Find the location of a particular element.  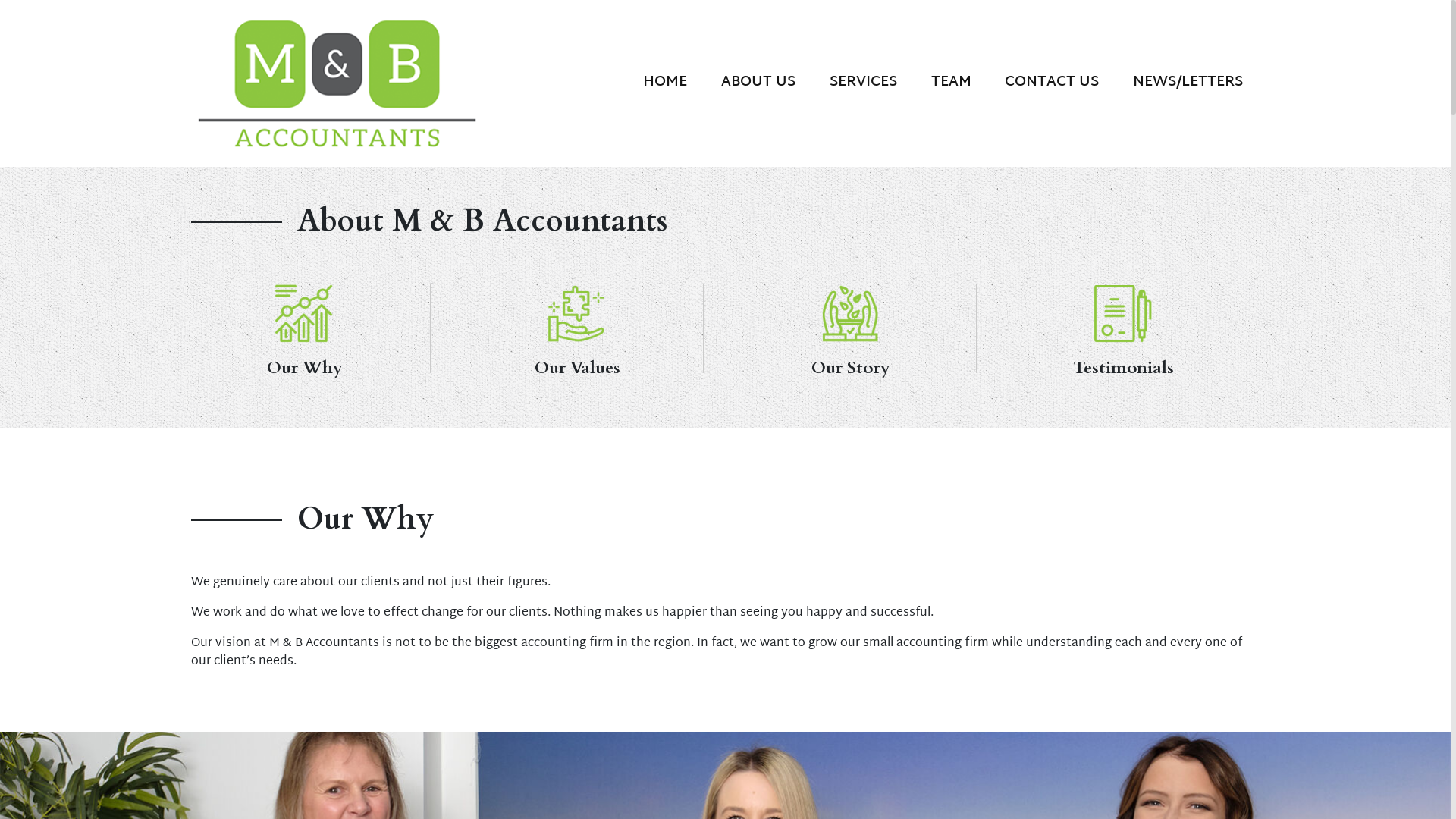

'Testimonials' is located at coordinates (997, 327).